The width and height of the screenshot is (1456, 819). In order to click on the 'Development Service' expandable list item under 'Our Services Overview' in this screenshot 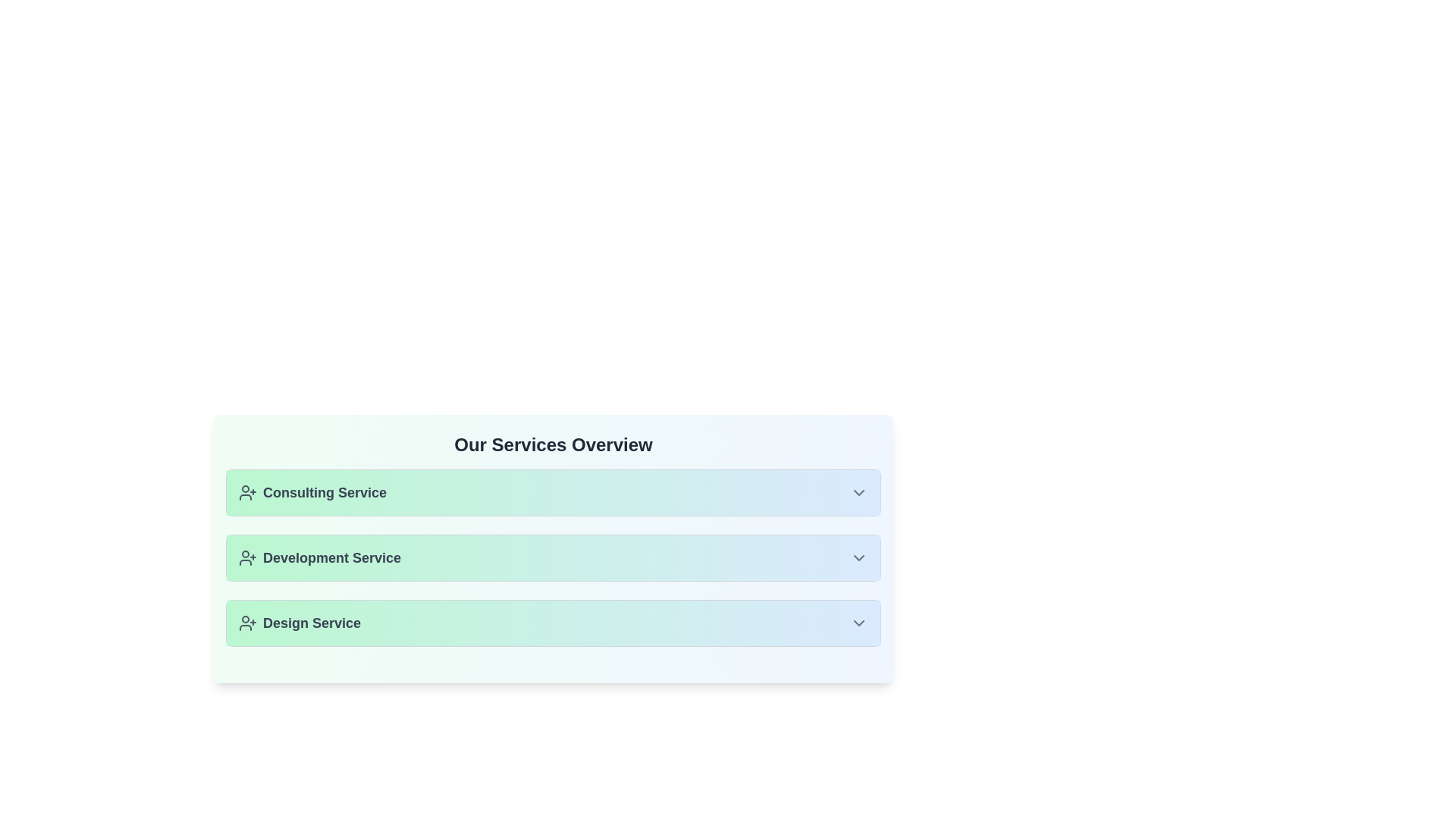, I will do `click(552, 549)`.